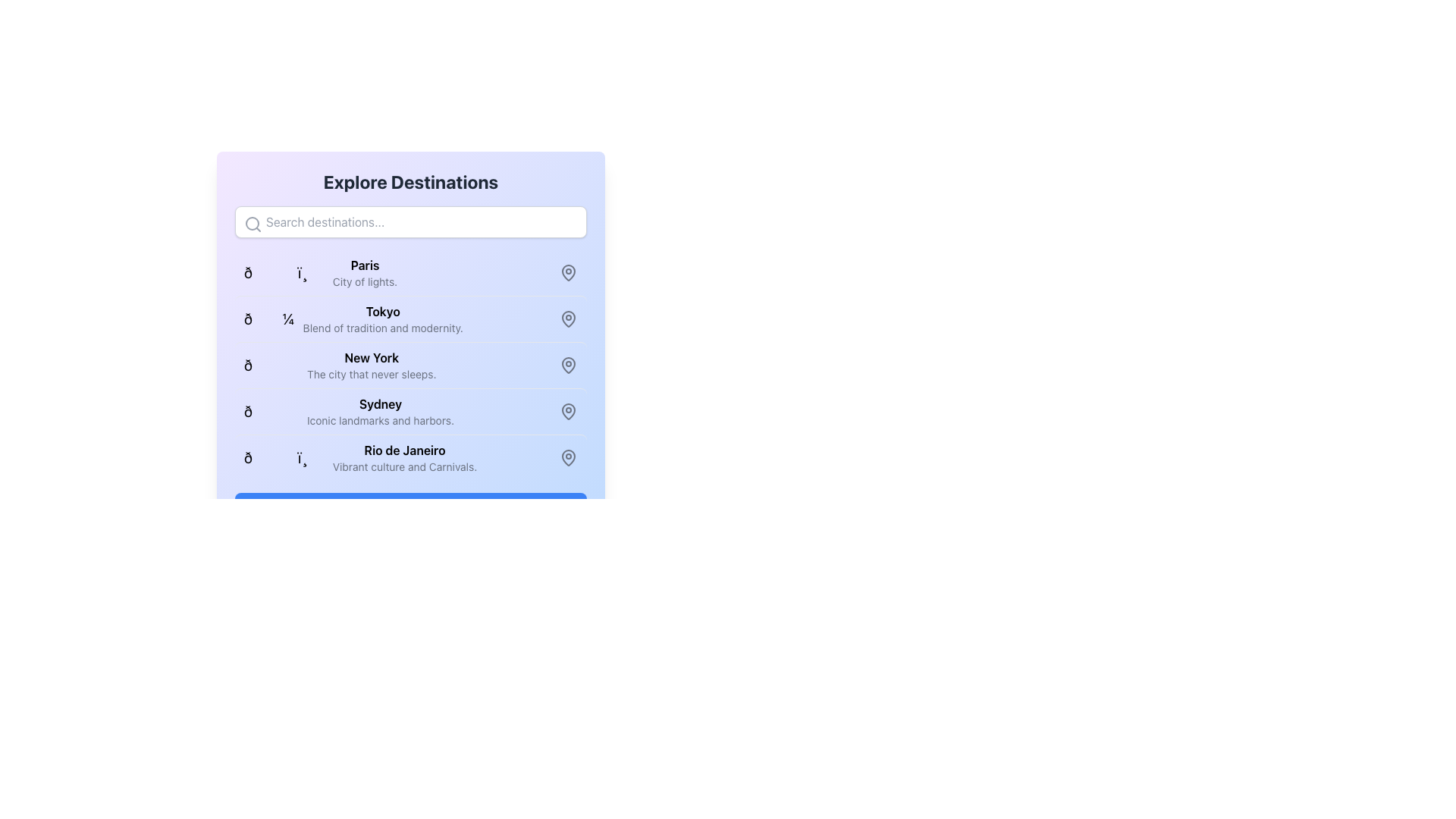 The image size is (1456, 819). Describe the element at coordinates (411, 411) in the screenshot. I see `the list item for 'Sydney' which features a bold title and a circular map marker icon for more options` at that location.